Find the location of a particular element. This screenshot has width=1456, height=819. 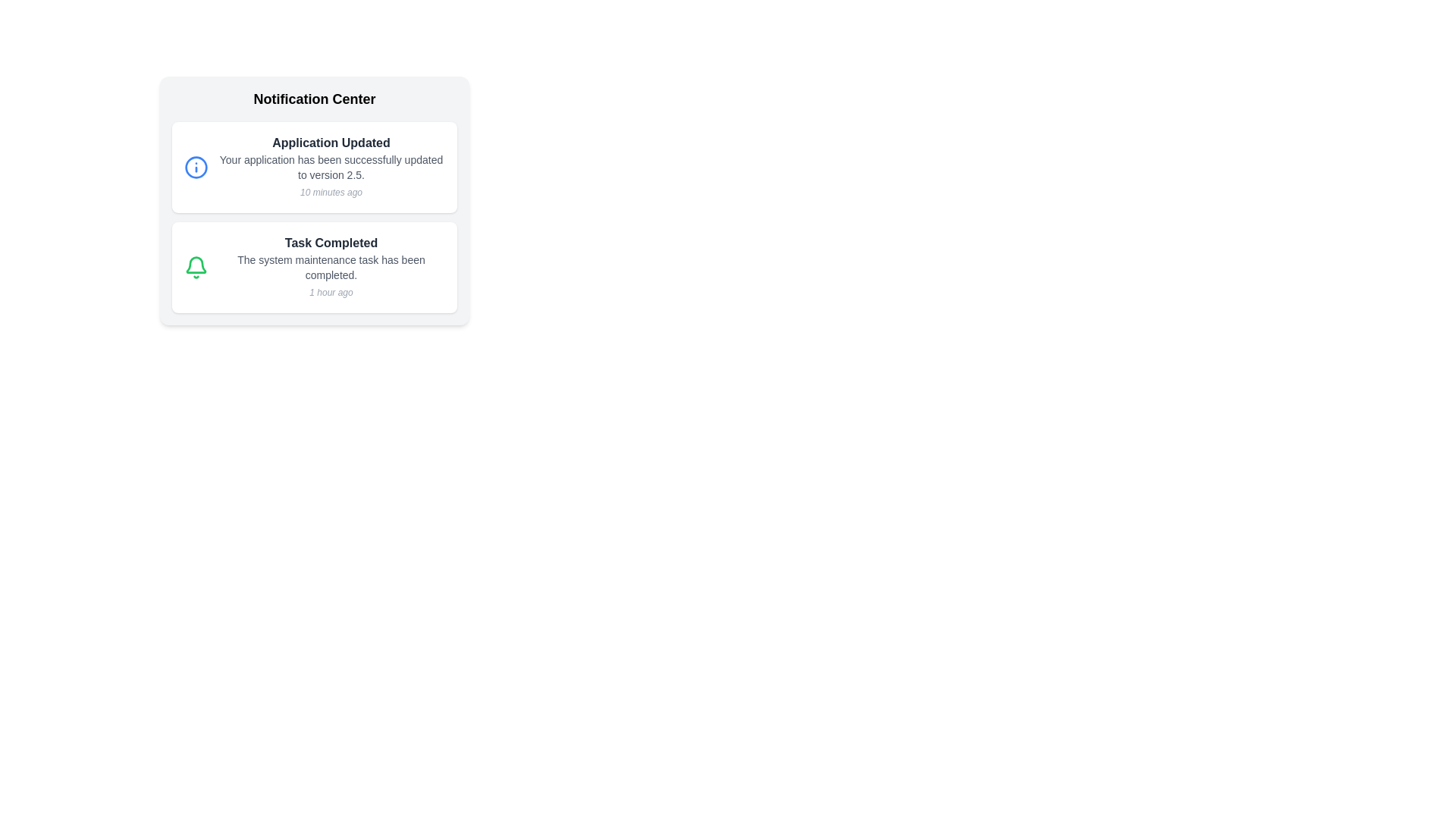

the content of the text label that serves as the title for the second notification card in the Notification Center, positioned near the top of this card is located at coordinates (330, 242).